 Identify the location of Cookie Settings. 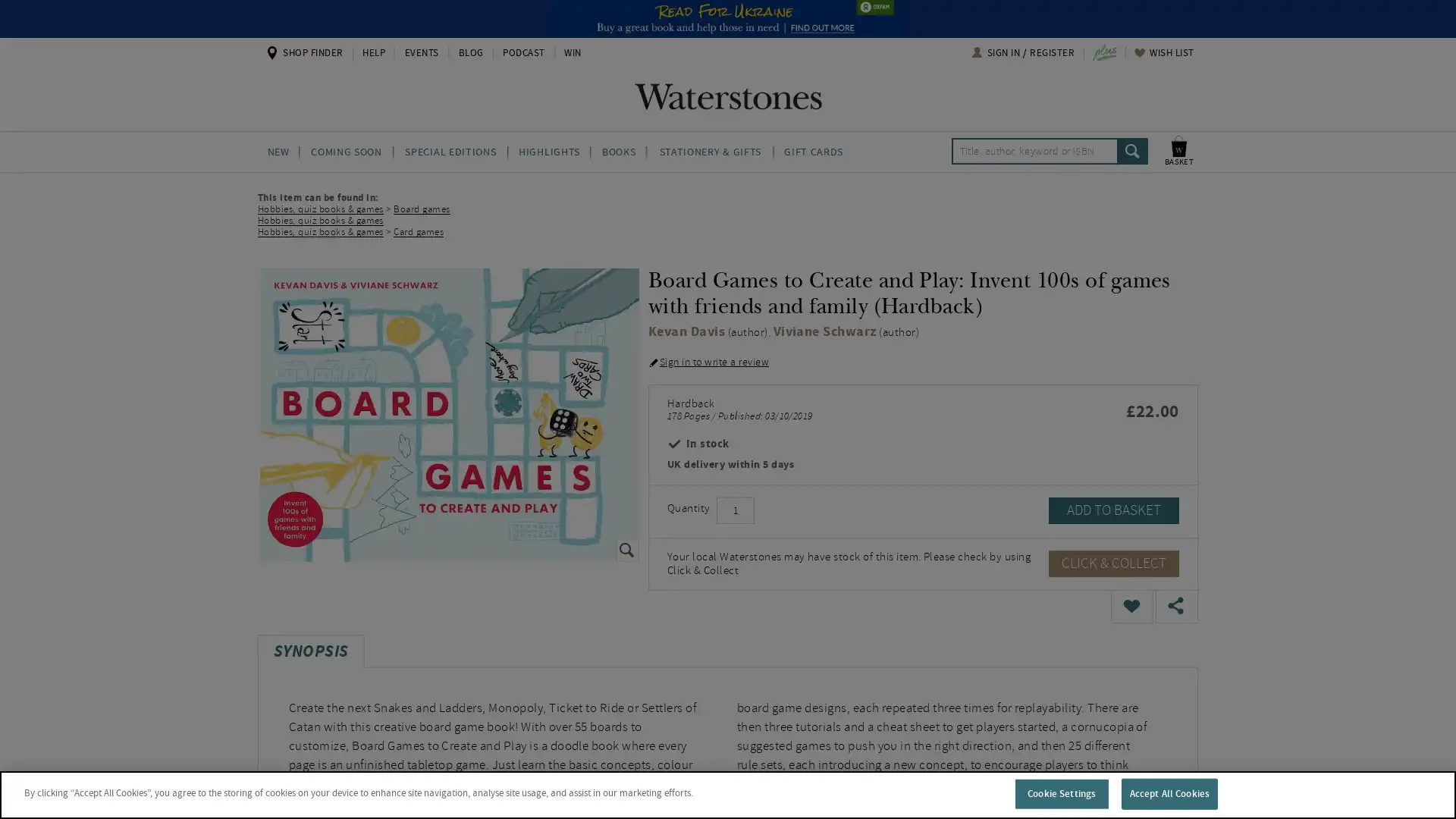
(1060, 792).